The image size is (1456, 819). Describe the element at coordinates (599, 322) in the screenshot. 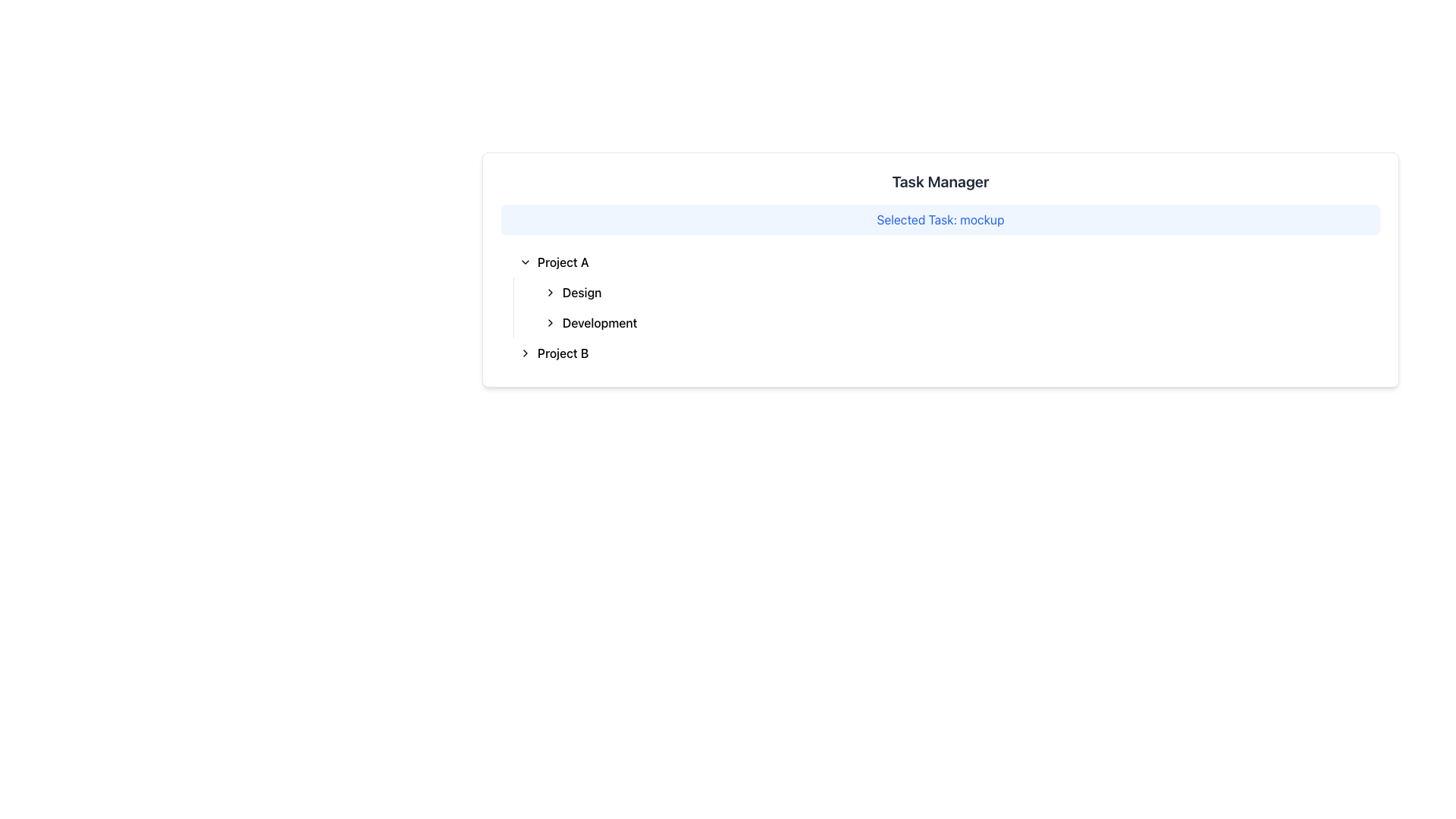

I see `the 'Development' label located under the 'Project A' section in the task manager, which is positioned between 'Design' and 'Project B'` at that location.